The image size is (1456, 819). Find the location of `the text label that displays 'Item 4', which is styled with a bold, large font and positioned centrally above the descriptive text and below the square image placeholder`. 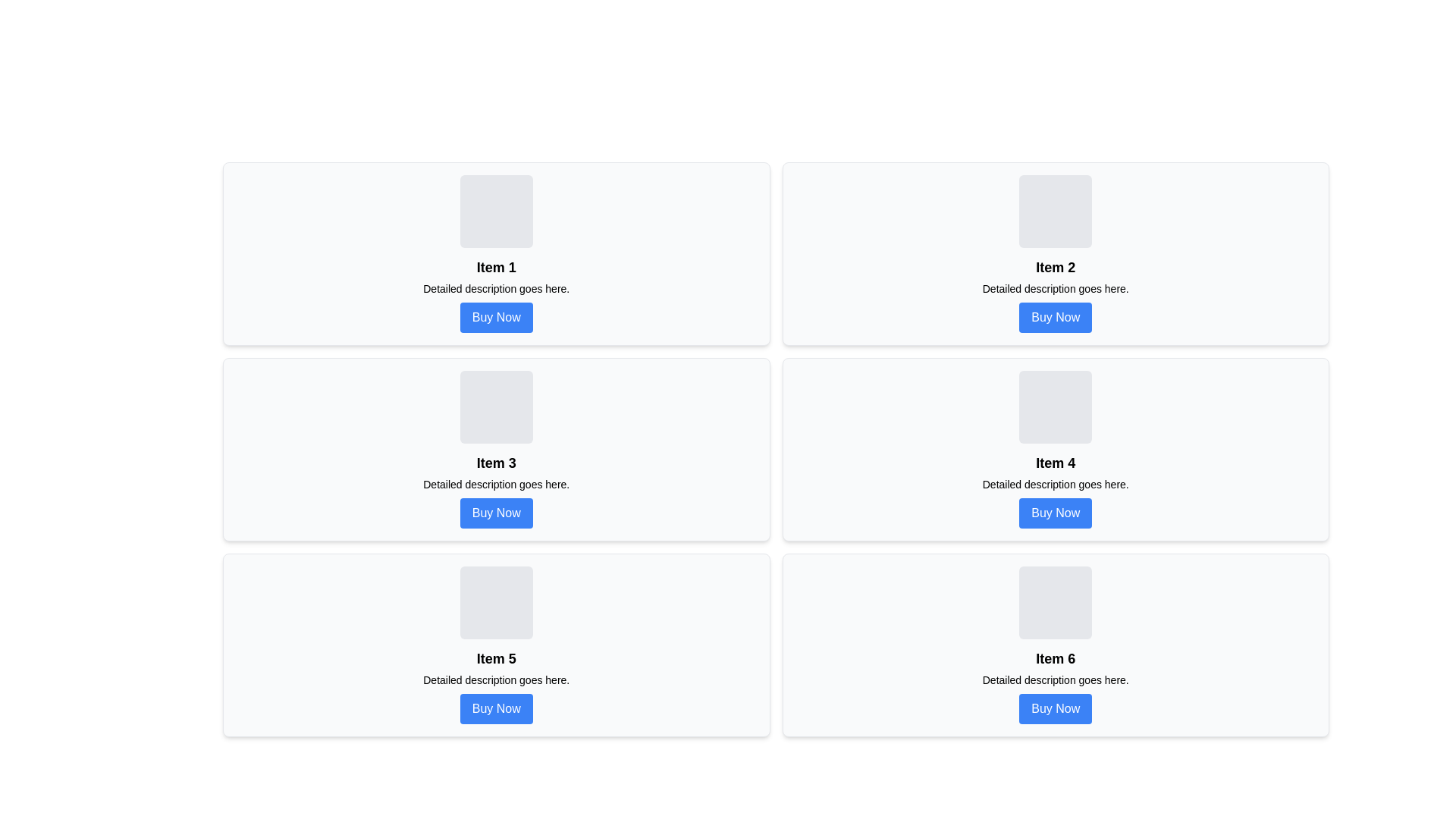

the text label that displays 'Item 4', which is styled with a bold, large font and positioned centrally above the descriptive text and below the square image placeholder is located at coordinates (1055, 462).